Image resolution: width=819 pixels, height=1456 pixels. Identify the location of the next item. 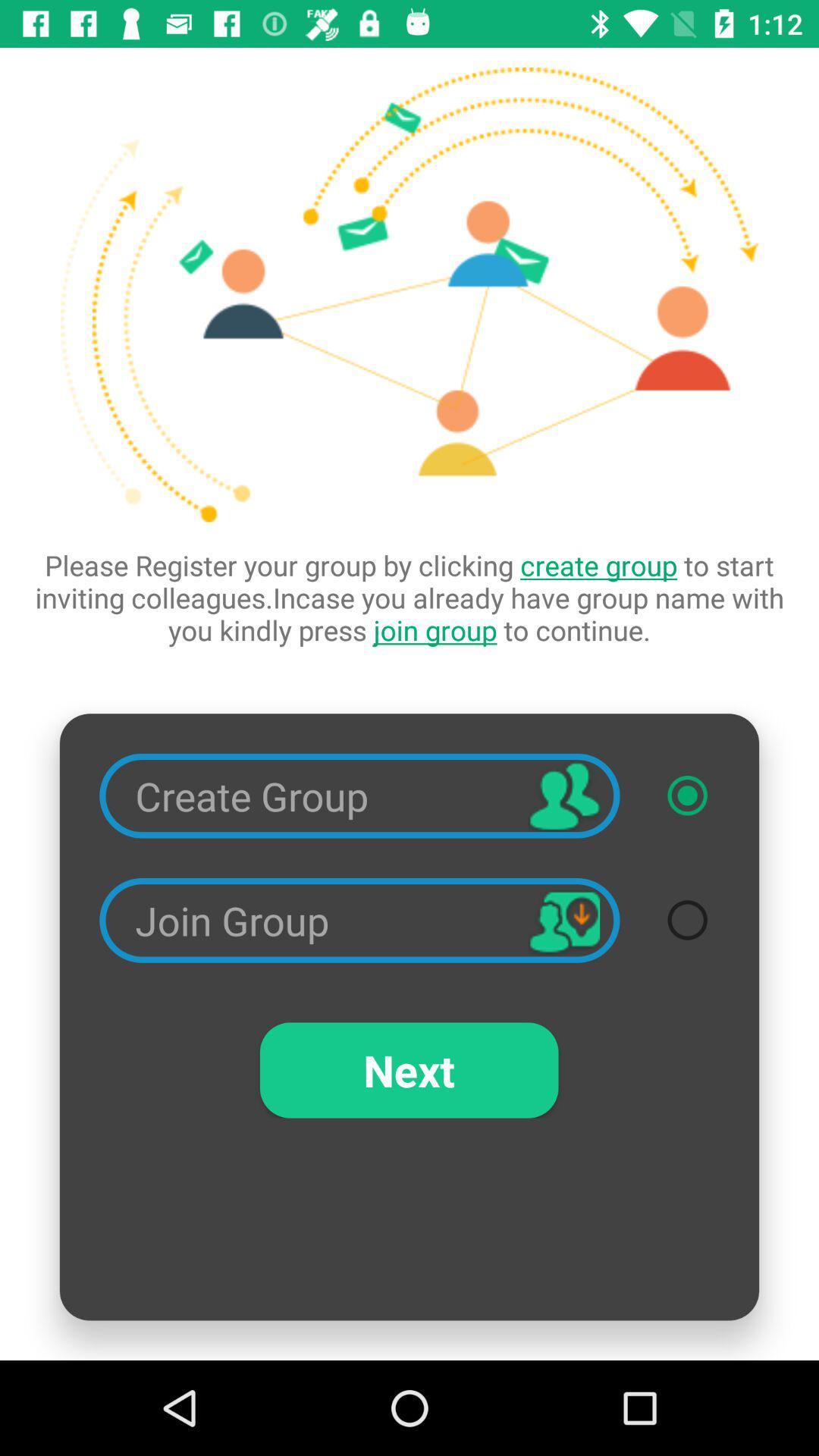
(408, 1069).